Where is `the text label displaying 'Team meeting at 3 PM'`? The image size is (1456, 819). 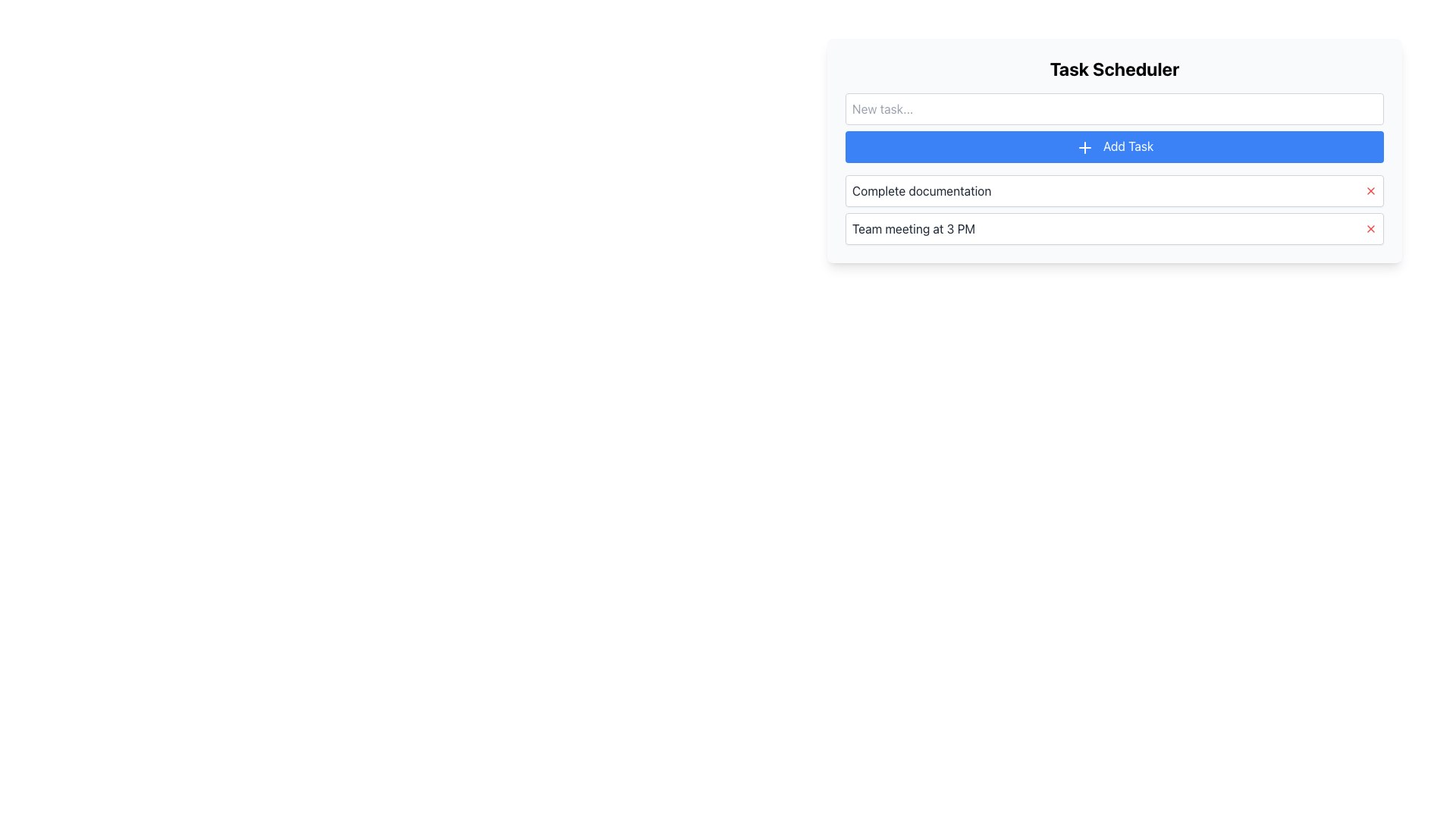 the text label displaying 'Team meeting at 3 PM' is located at coordinates (912, 228).